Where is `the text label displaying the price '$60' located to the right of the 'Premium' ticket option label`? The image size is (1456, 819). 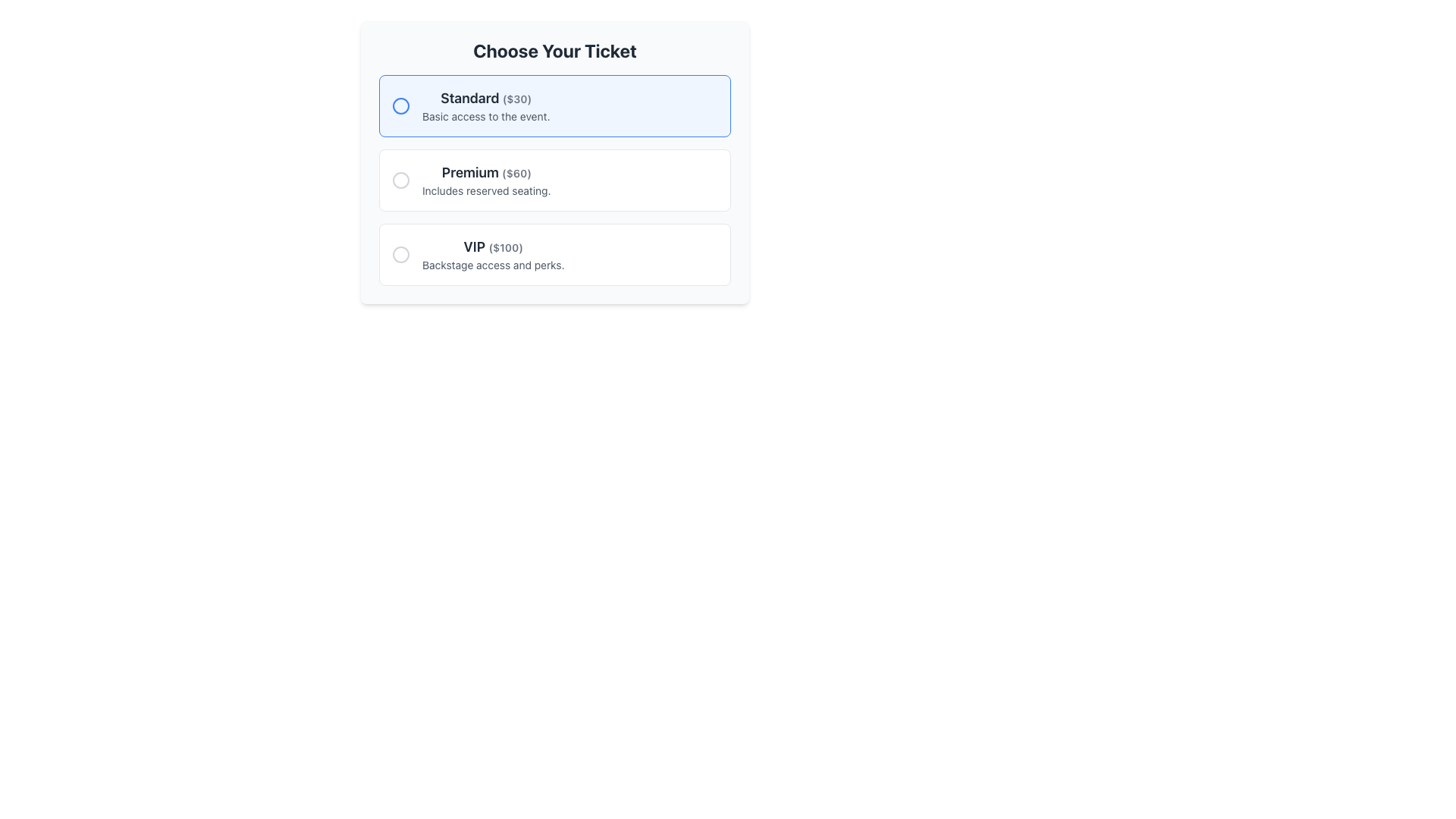
the text label displaying the price '$60' located to the right of the 'Premium' ticket option label is located at coordinates (516, 172).